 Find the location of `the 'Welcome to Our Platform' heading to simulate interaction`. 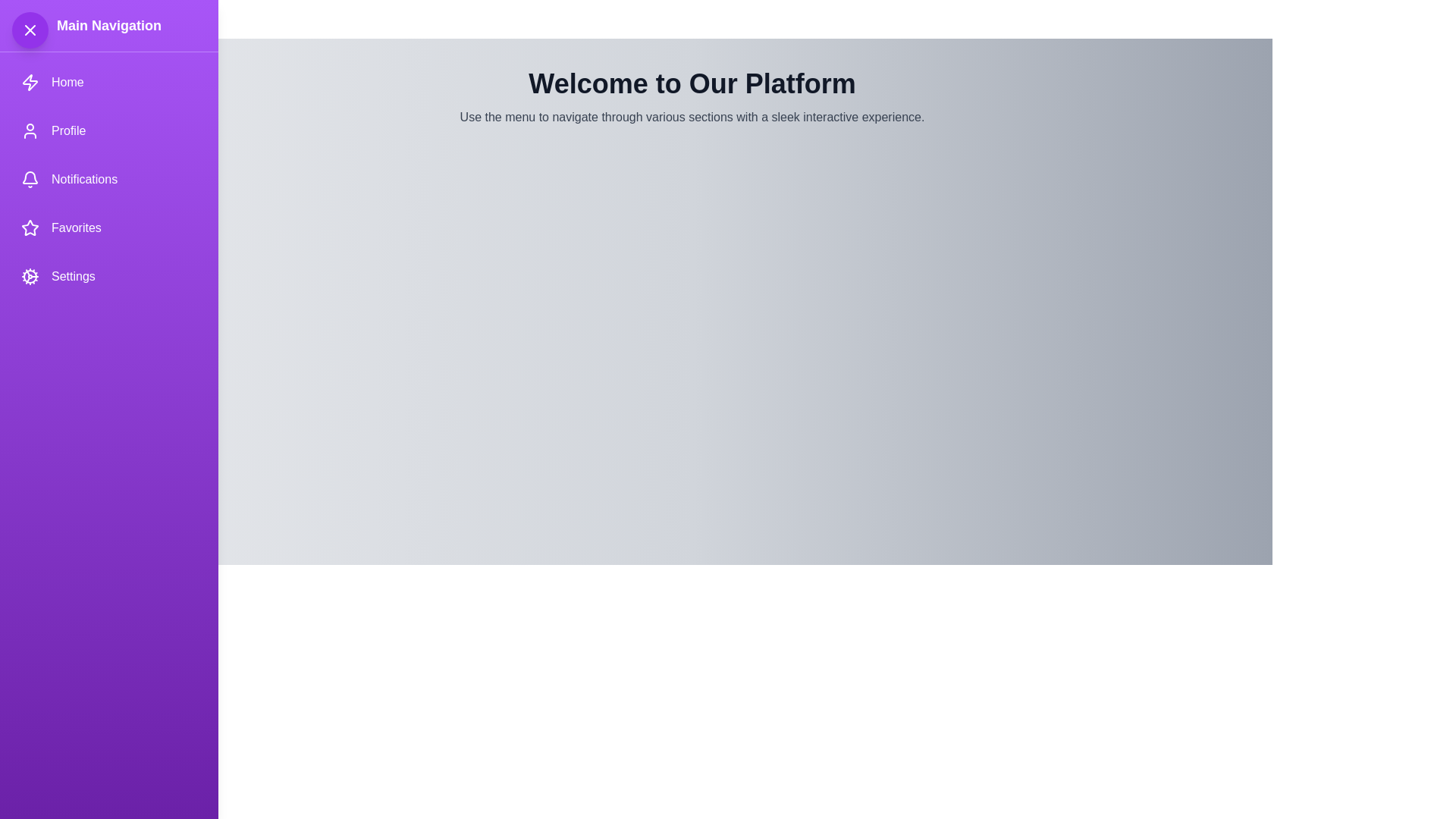

the 'Welcome to Our Platform' heading to simulate interaction is located at coordinates (691, 84).